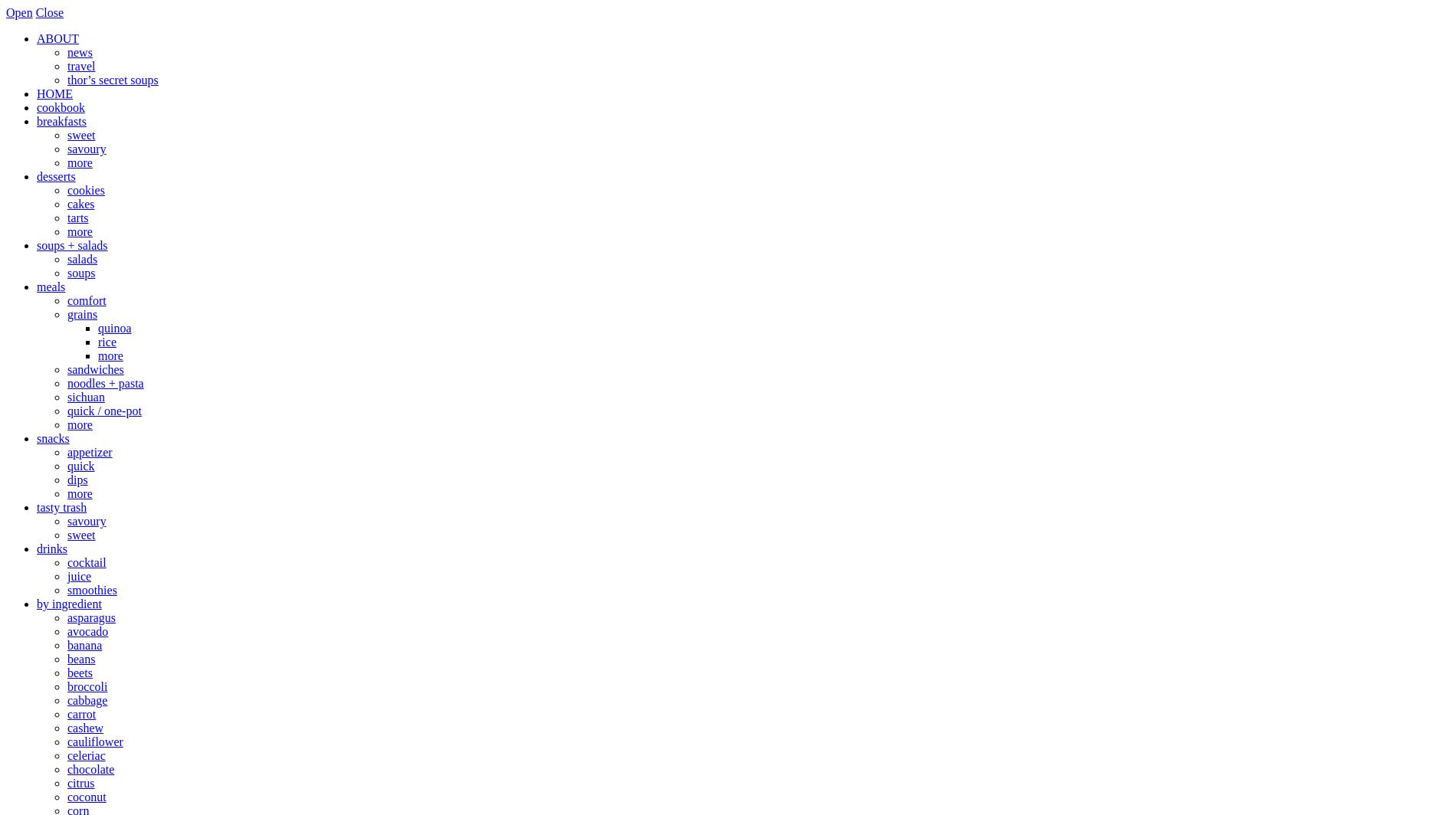  I want to click on 'asparagus', so click(91, 617).